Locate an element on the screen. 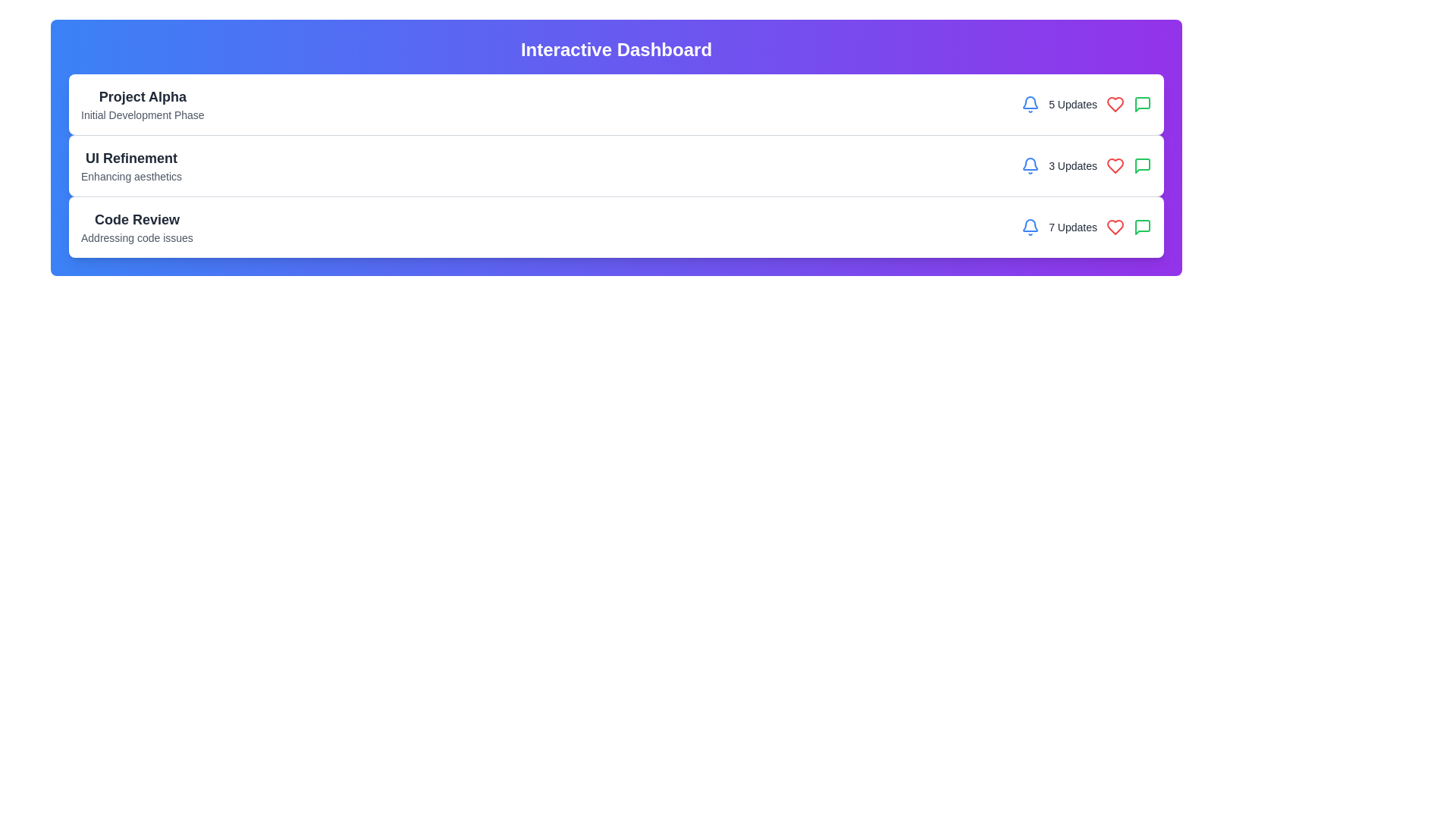 The image size is (1456, 819). text label displaying 'Addressing code issues', which is styled in a small gray font and located below the 'Code Review' title in the third card of the Interactive Dashboard is located at coordinates (136, 237).